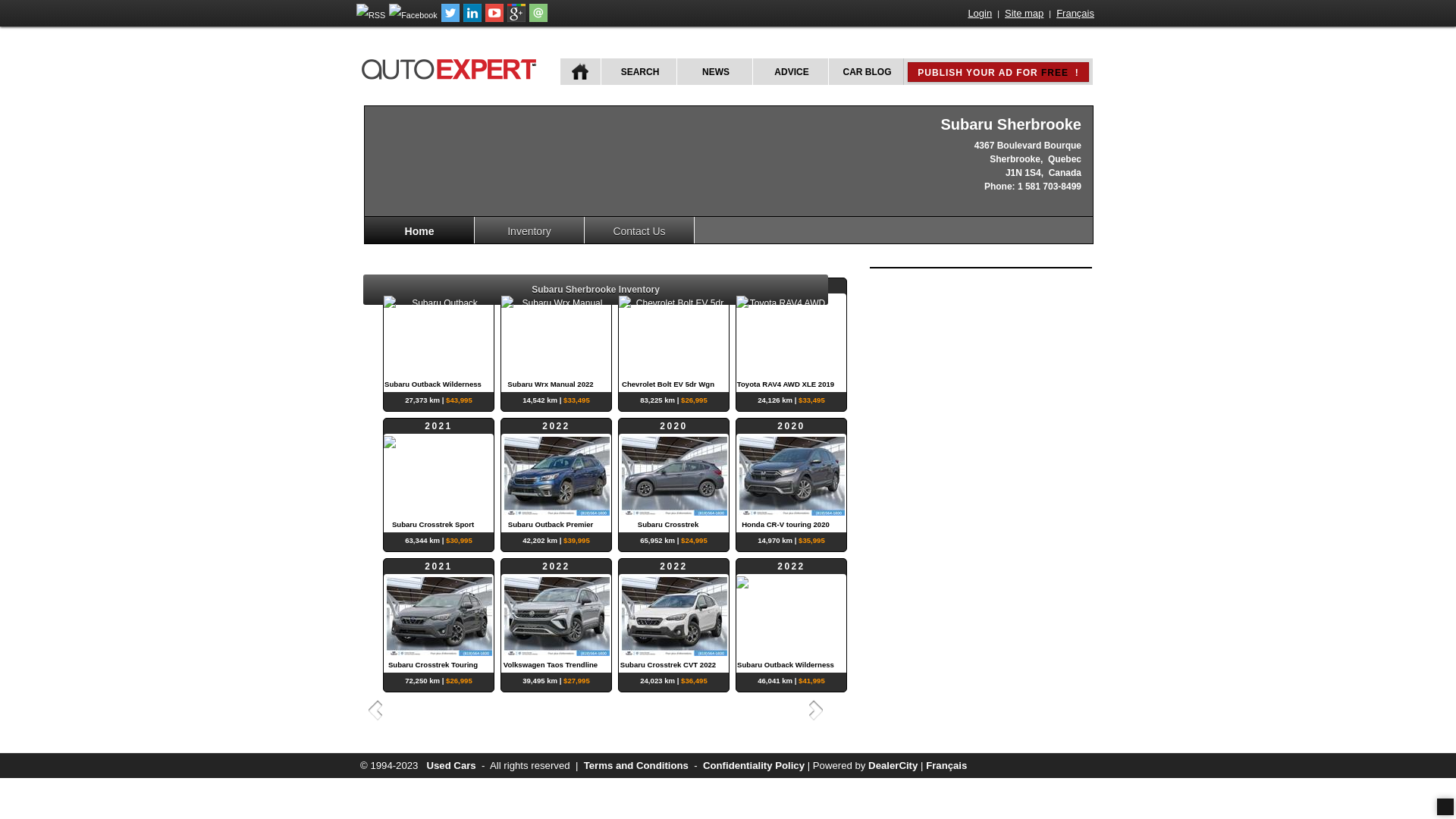 The width and height of the screenshot is (1456, 819). What do you see at coordinates (494, 18) in the screenshot?
I see `'Follow autoExpert.ca on Youtube'` at bounding box center [494, 18].